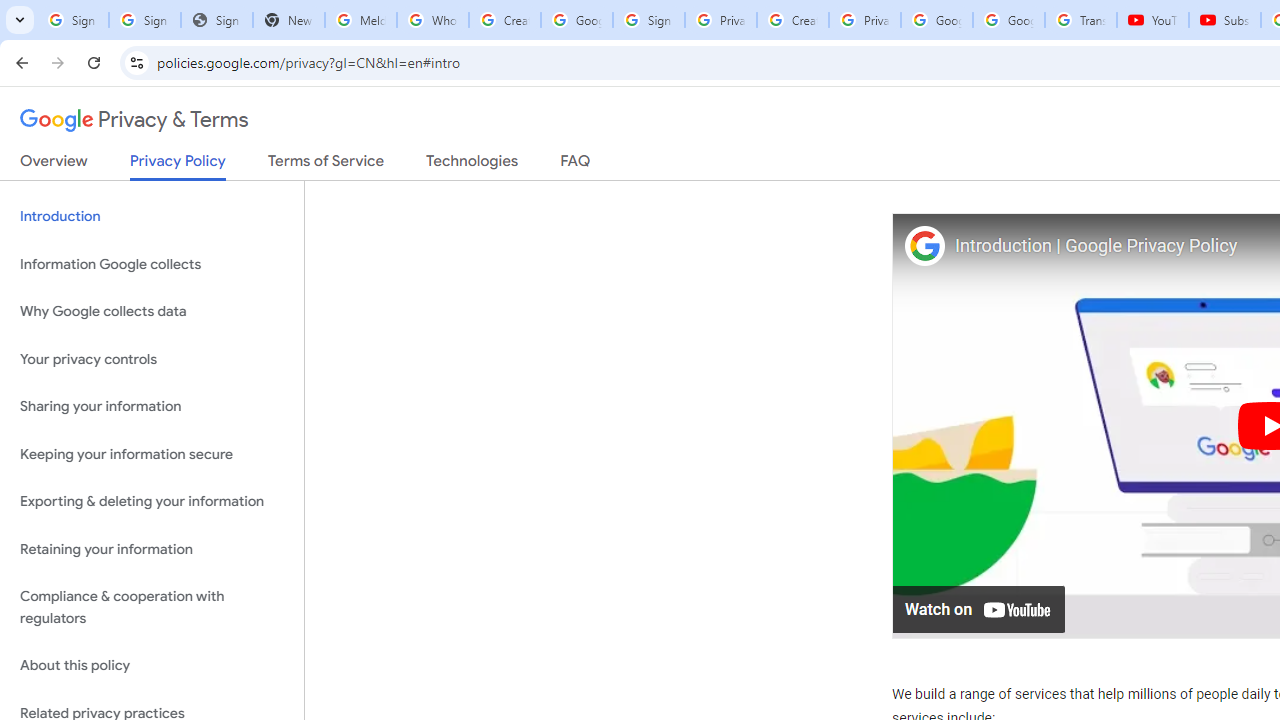 The width and height of the screenshot is (1280, 720). What do you see at coordinates (151, 454) in the screenshot?
I see `'Keeping your information secure'` at bounding box center [151, 454].